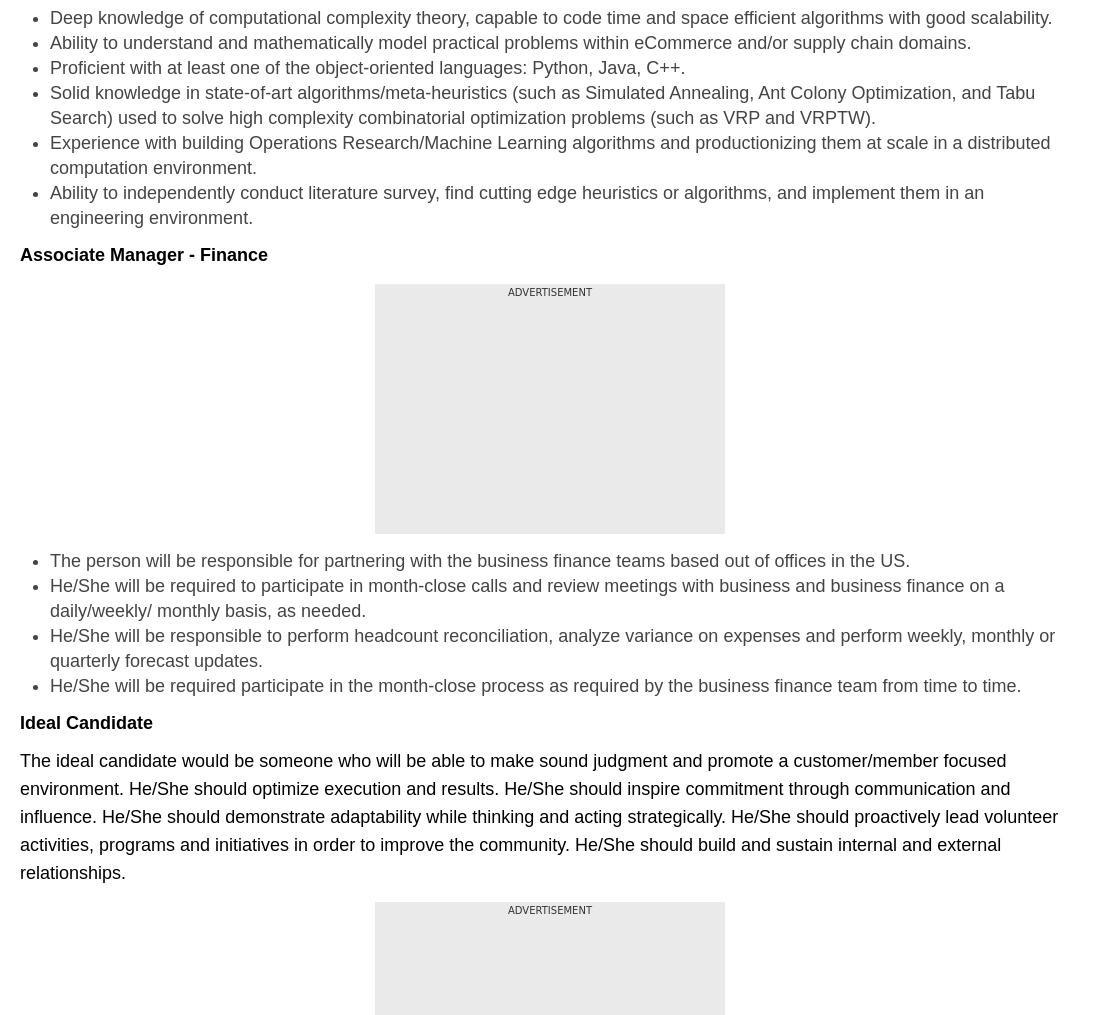  I want to click on 'He/She will be required participate in the month-close process as required by the business finance team from time to time.', so click(535, 685).